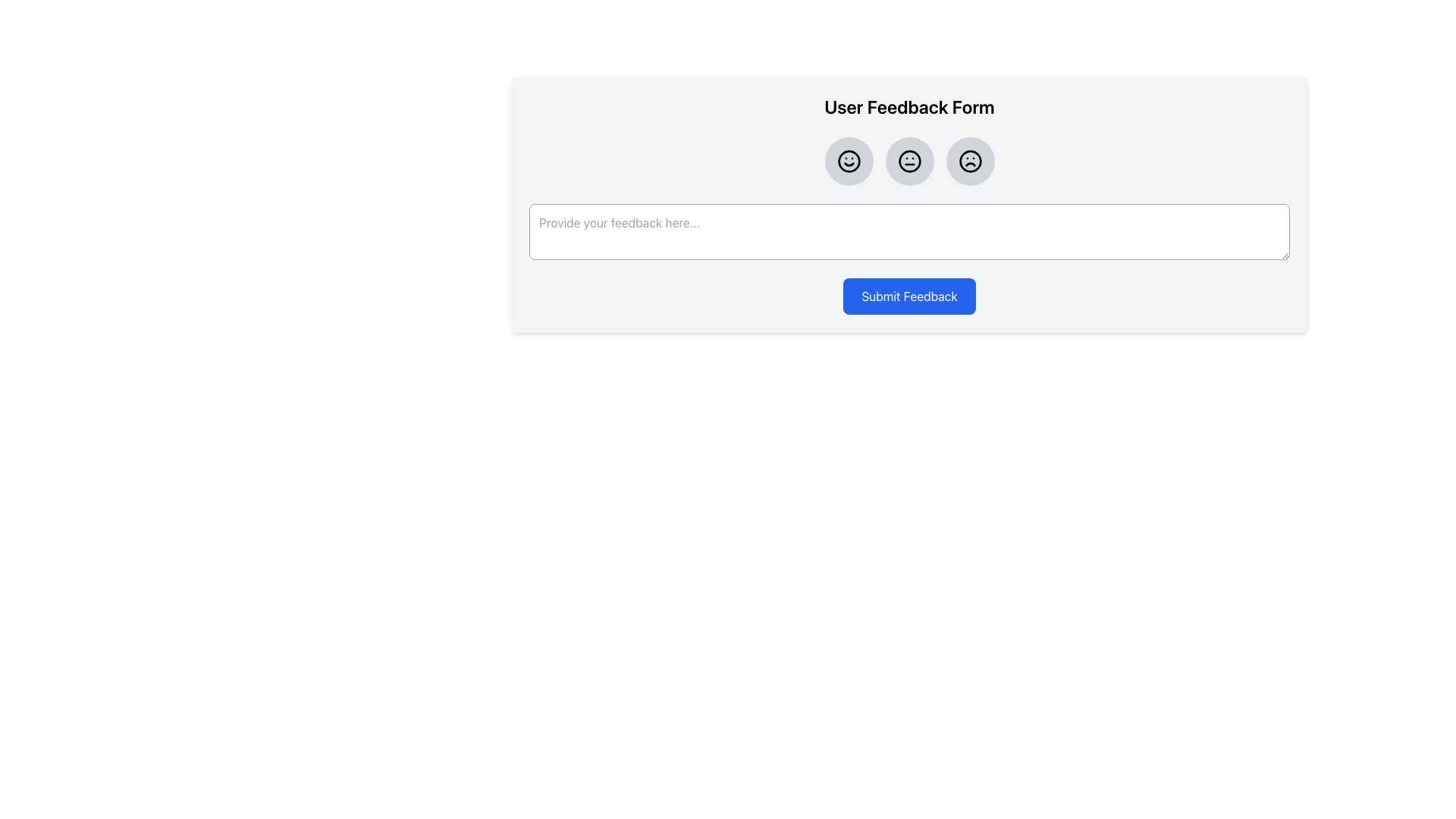 The image size is (1456, 819). Describe the element at coordinates (909, 161) in the screenshot. I see `the neutral face icon button, which is the second icon in a horizontal set of three icons at the top of the feedback form` at that location.